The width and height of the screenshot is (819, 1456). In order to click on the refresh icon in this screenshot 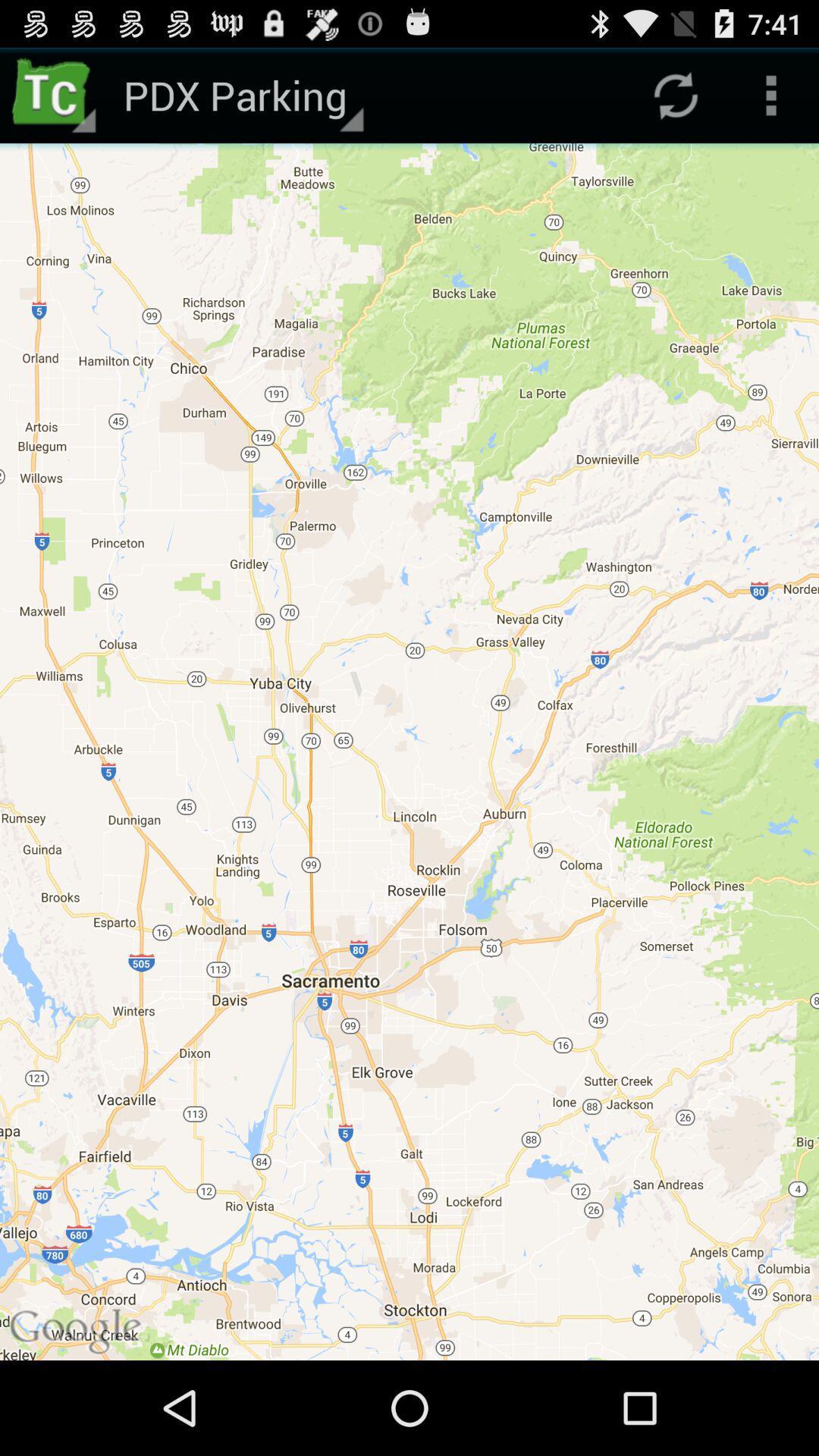, I will do `click(675, 101)`.